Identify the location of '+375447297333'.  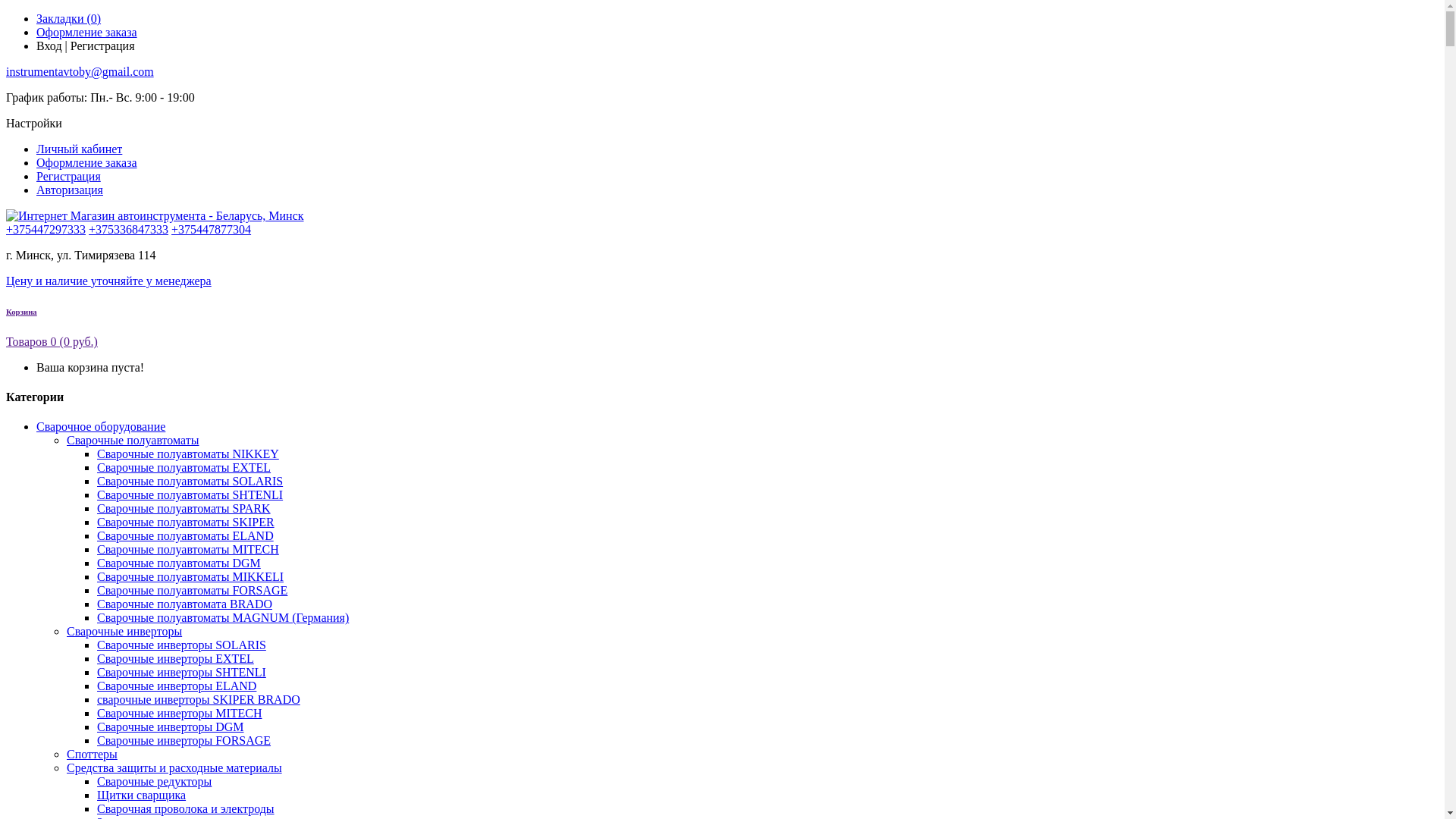
(45, 229).